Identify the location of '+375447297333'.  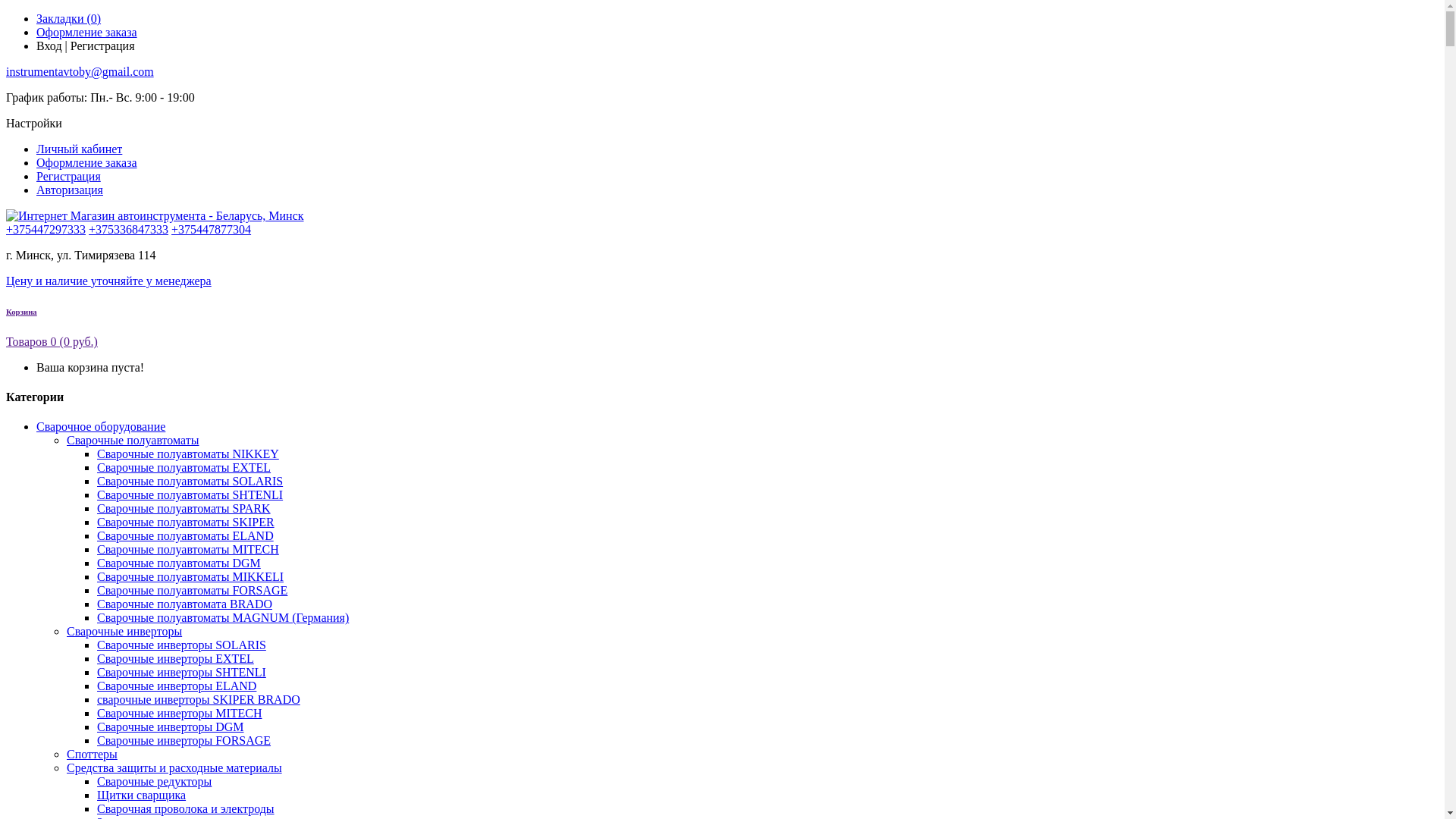
(45, 229).